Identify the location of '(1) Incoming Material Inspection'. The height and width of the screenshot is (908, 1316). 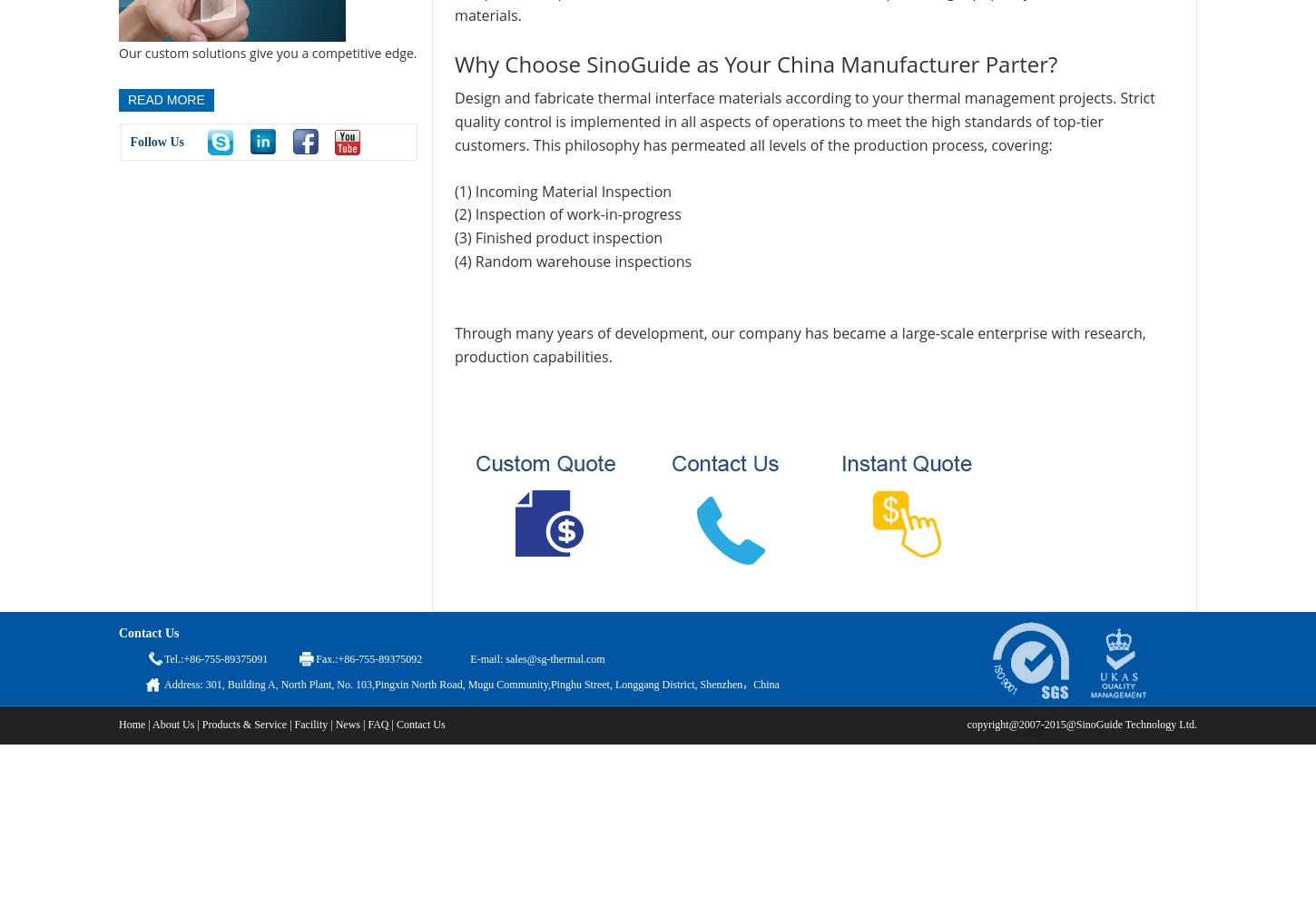
(562, 190).